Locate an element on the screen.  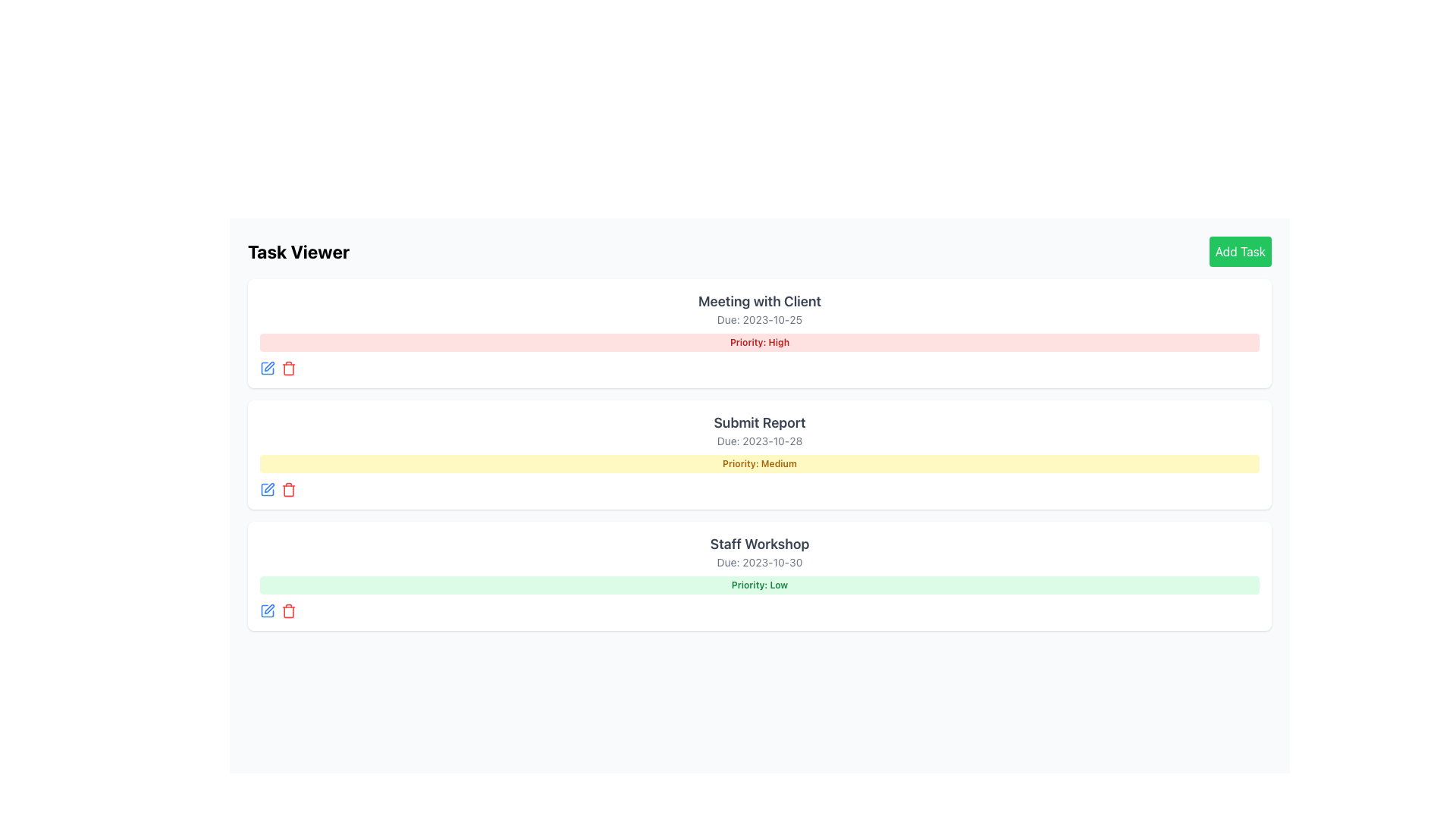
text from the bold, gray-colored heading 'Staff Workshop' located at the top of the third task card is located at coordinates (760, 543).